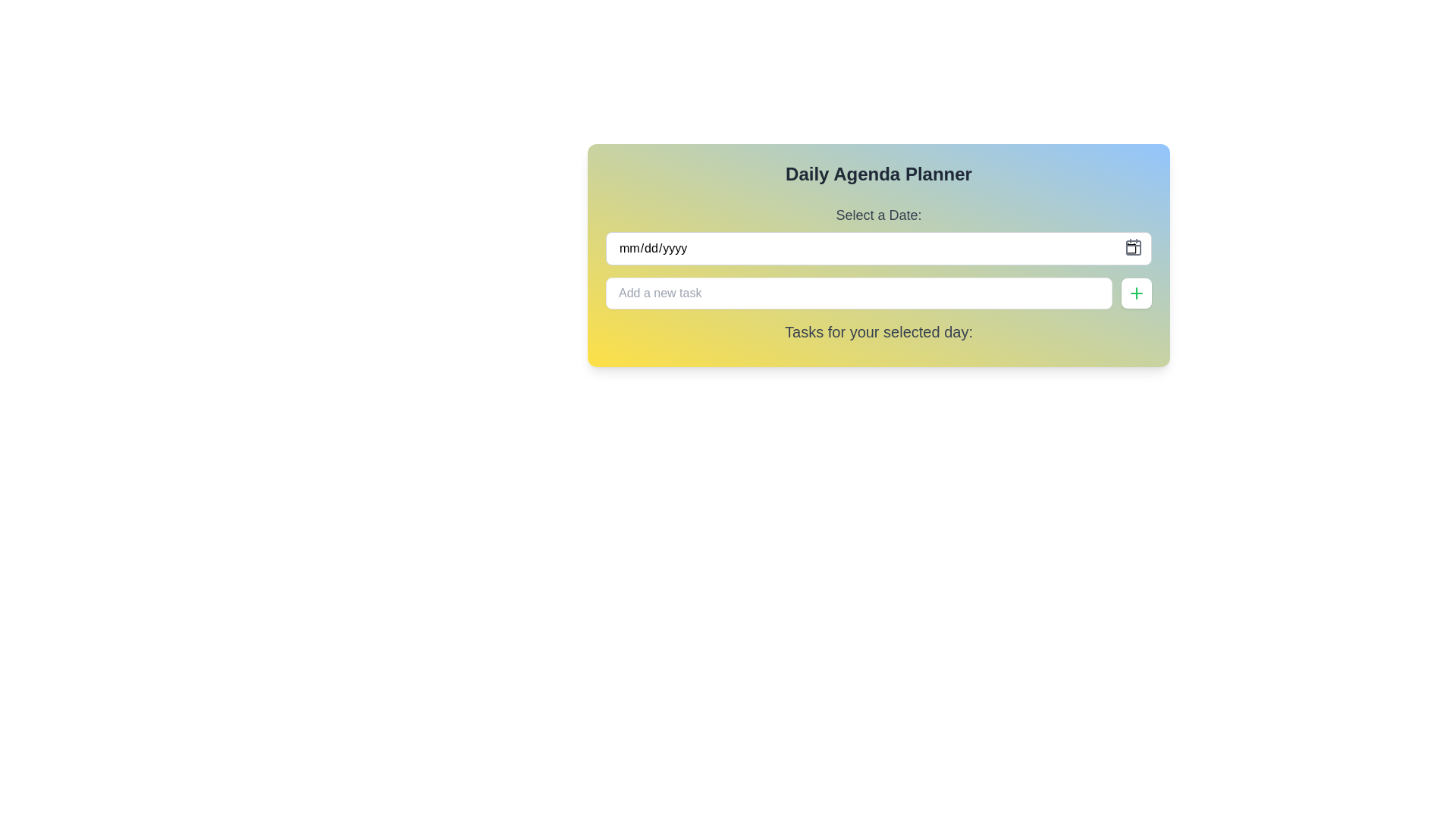 Image resolution: width=1456 pixels, height=819 pixels. I want to click on the Date Picker Field text input located beneath the 'Daily Agenda Planner' title, so click(878, 234).